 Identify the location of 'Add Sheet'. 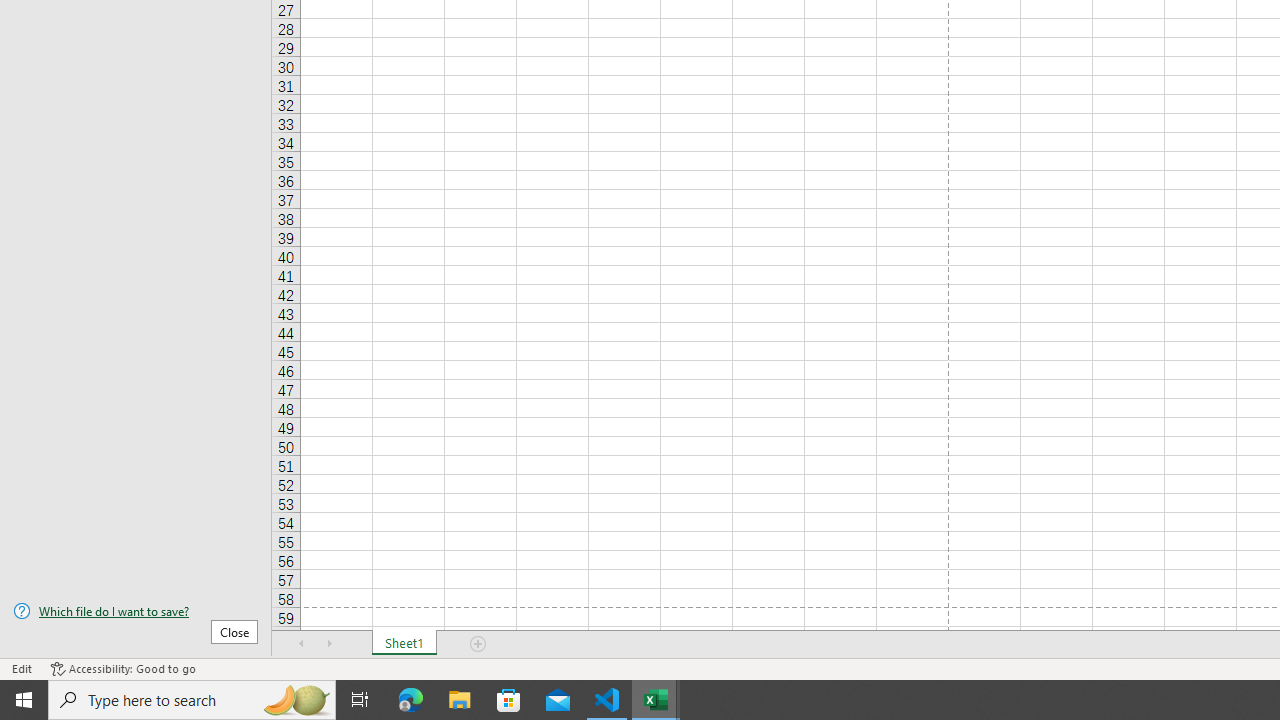
(477, 644).